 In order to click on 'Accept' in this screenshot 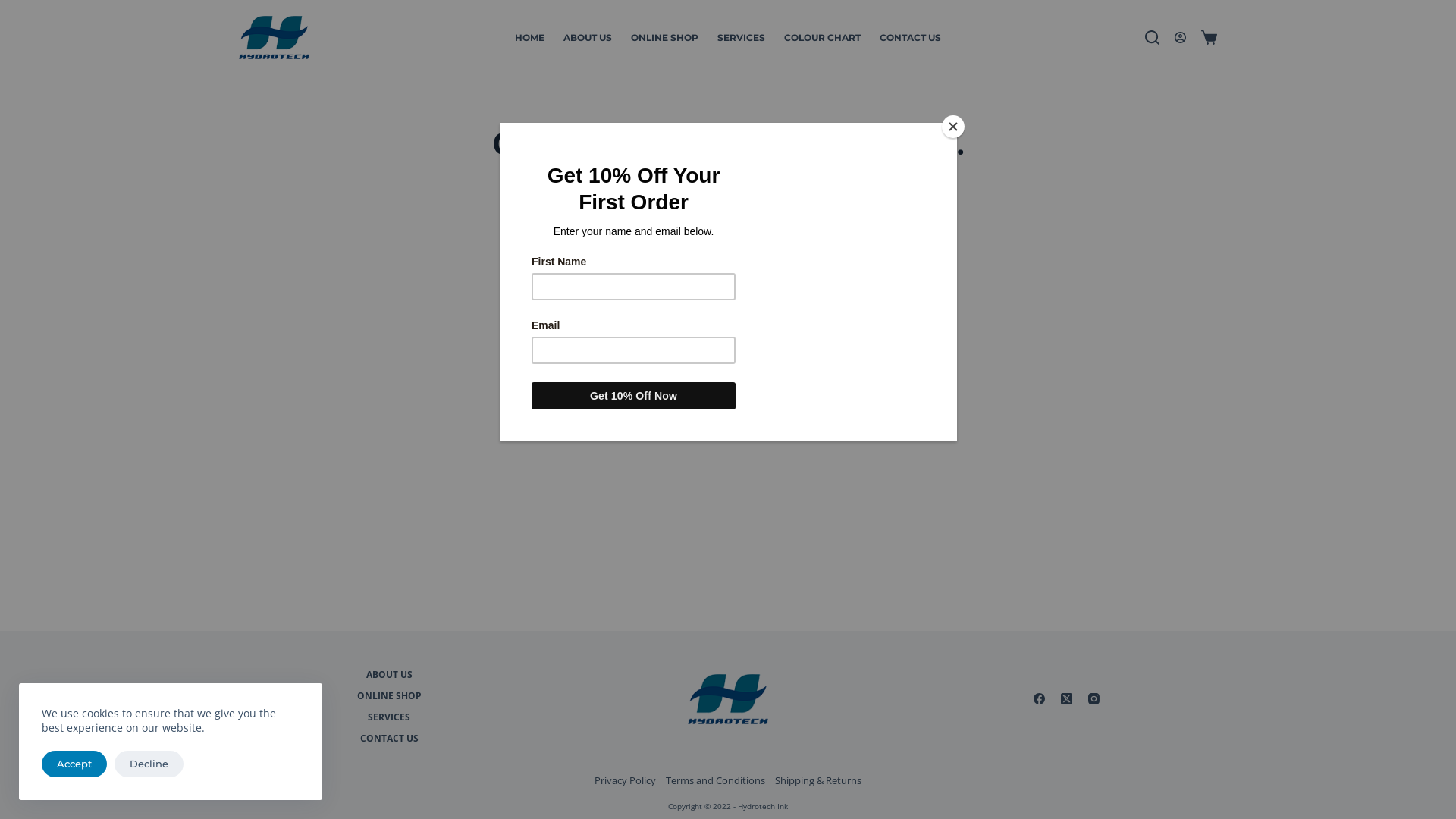, I will do `click(73, 764)`.